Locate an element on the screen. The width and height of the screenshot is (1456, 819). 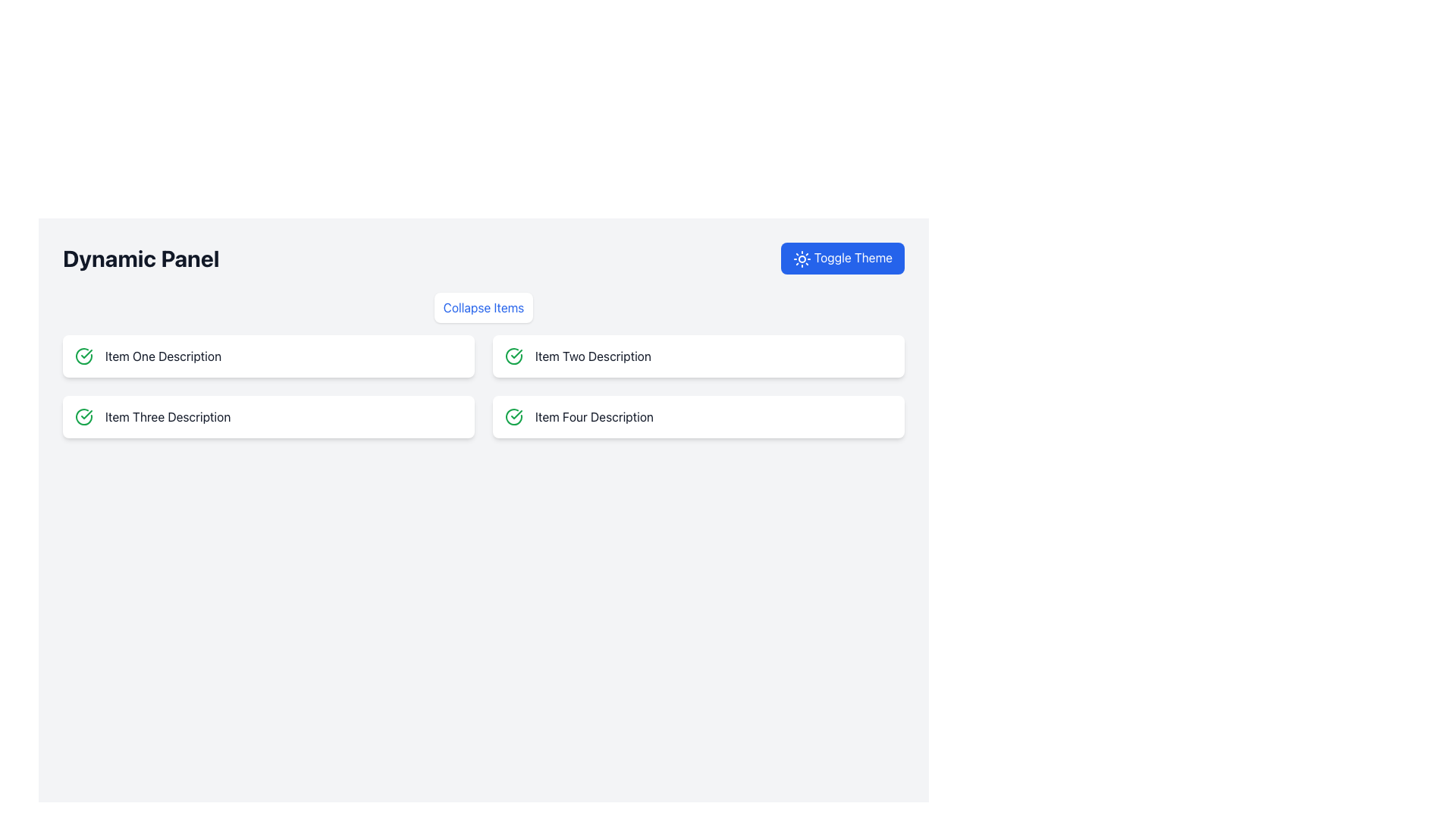
the approval icon located in the upper-left corner of the 'Item One Description' card is located at coordinates (83, 356).